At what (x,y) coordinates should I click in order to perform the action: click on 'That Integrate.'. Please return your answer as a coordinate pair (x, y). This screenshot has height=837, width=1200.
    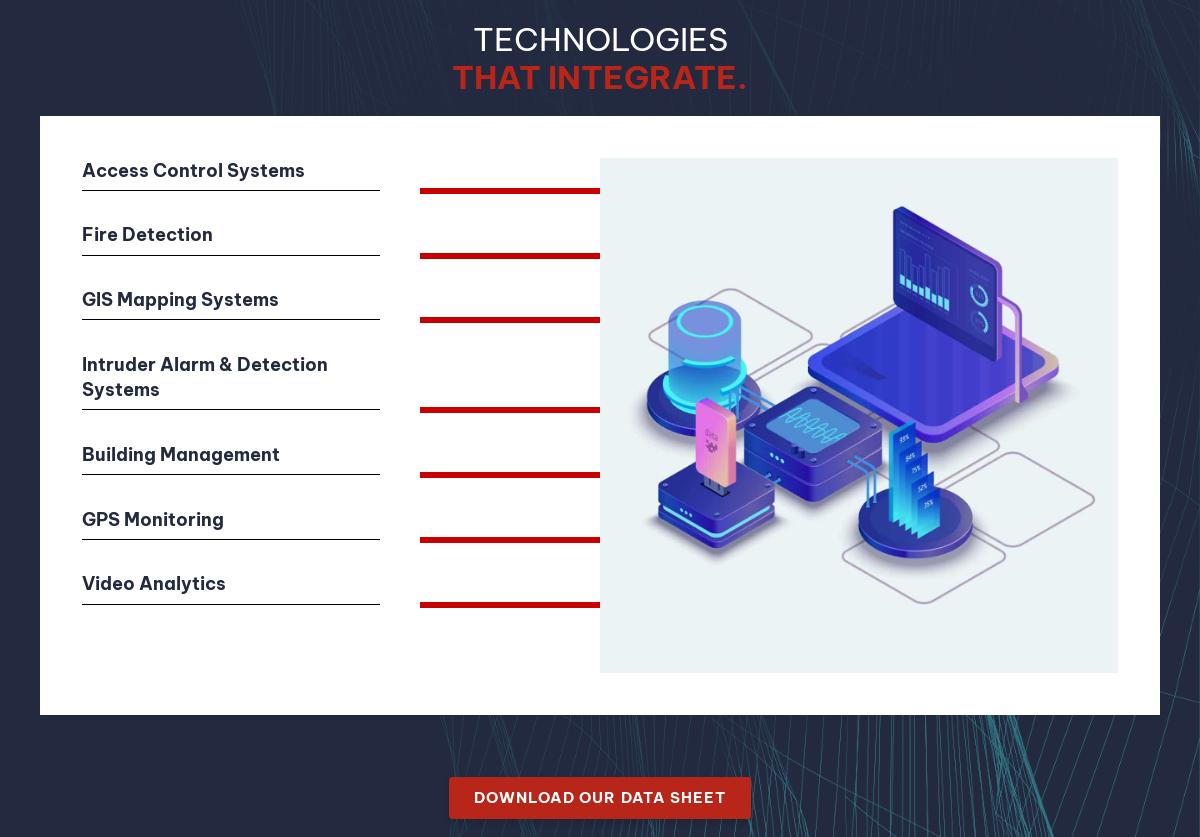
    Looking at the image, I should click on (600, 75).